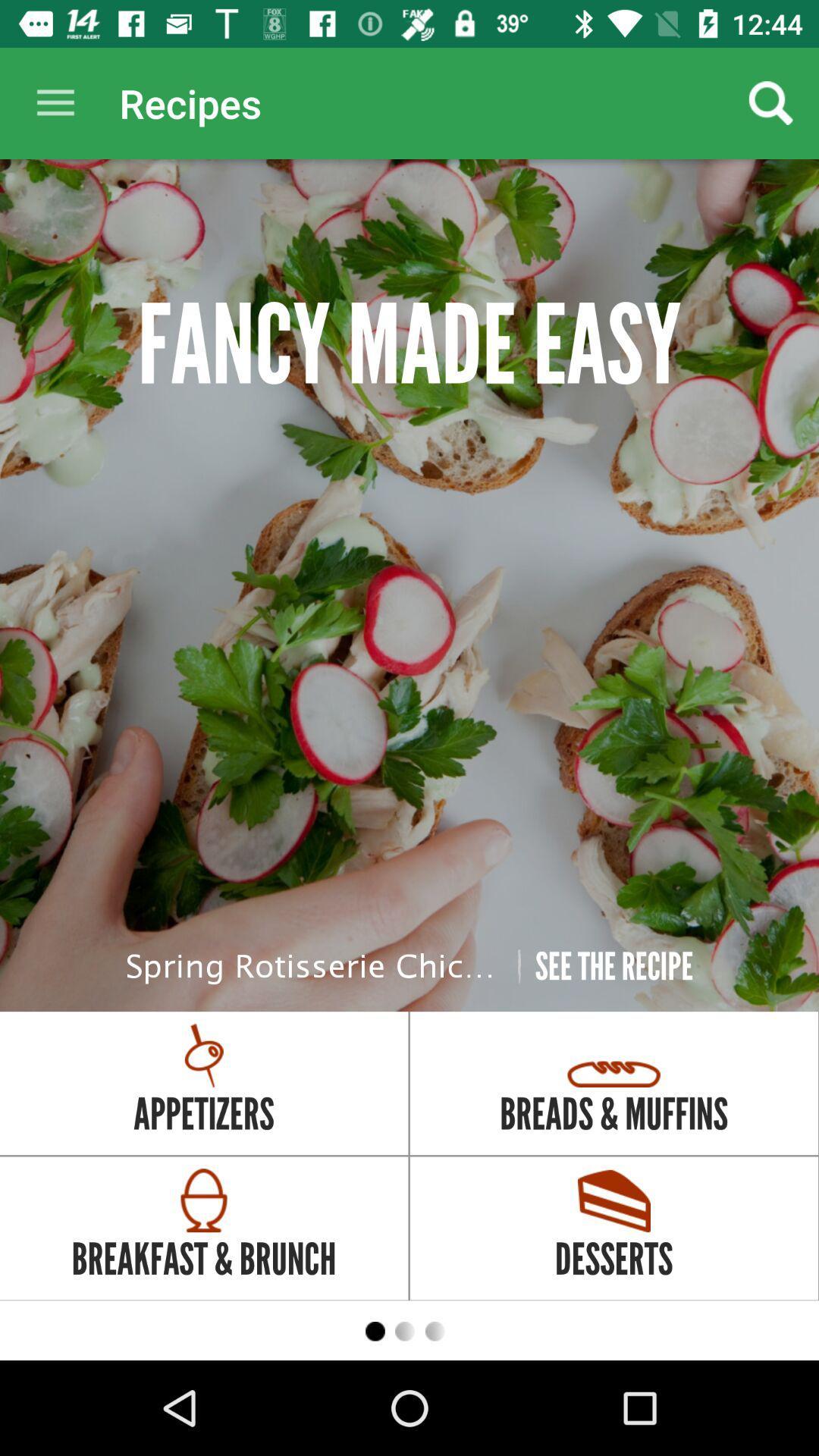 The height and width of the screenshot is (1456, 819). Describe the element at coordinates (771, 102) in the screenshot. I see `the icon at the top right corner` at that location.